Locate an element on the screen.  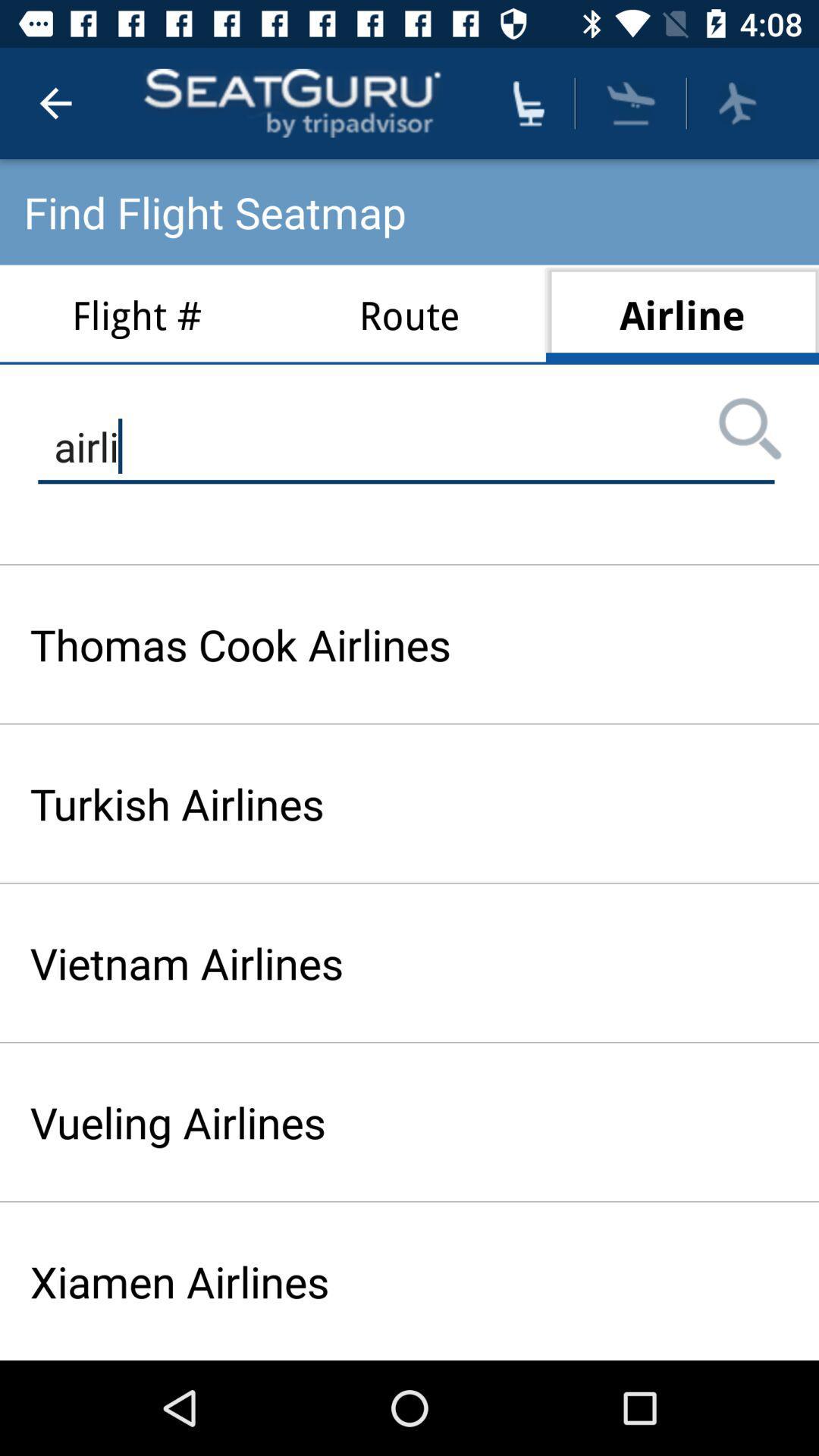
flights is located at coordinates (631, 102).